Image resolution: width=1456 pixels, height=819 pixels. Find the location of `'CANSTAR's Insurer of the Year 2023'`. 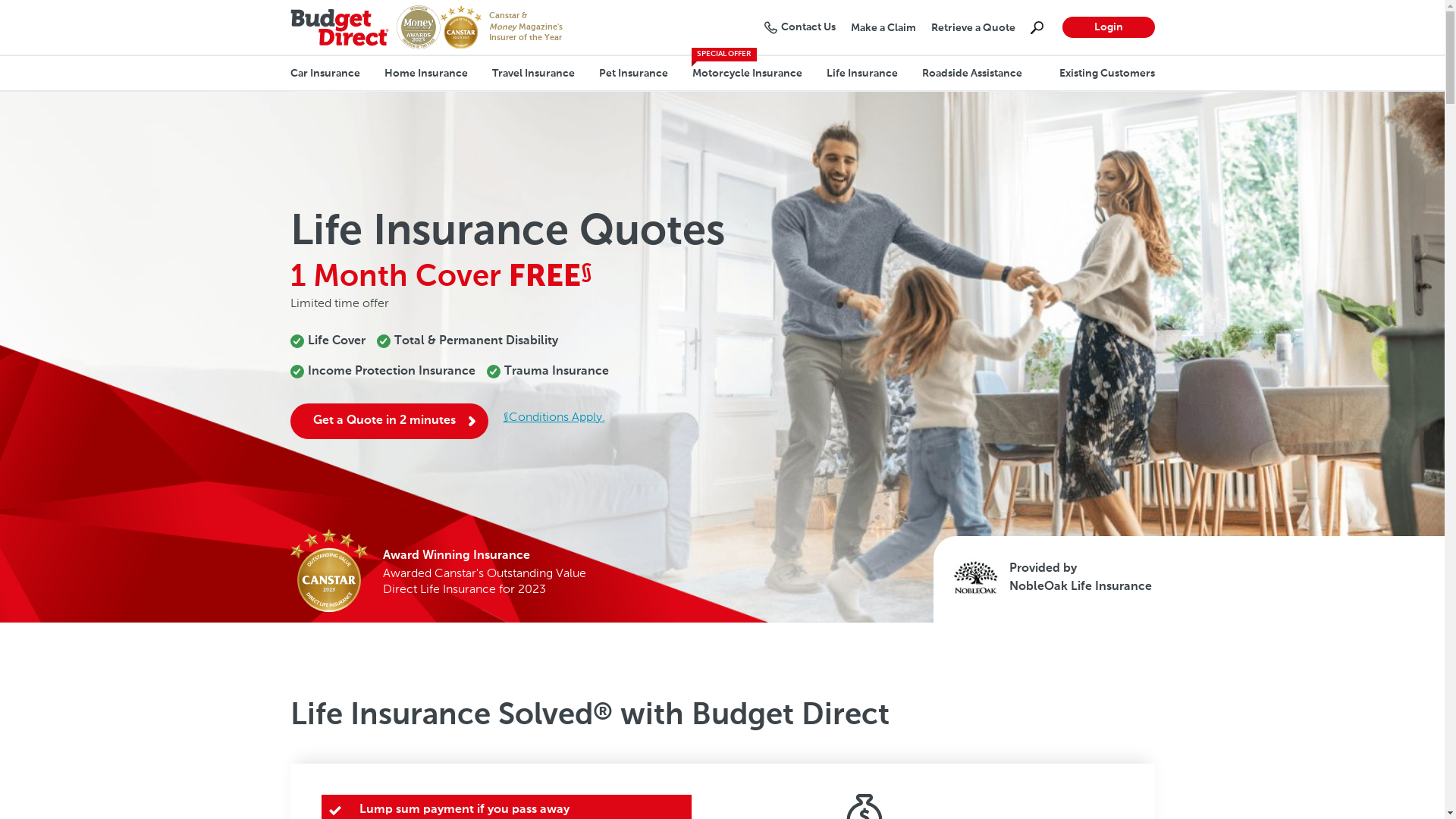

'CANSTAR's Insurer of the Year 2023' is located at coordinates (439, 27).